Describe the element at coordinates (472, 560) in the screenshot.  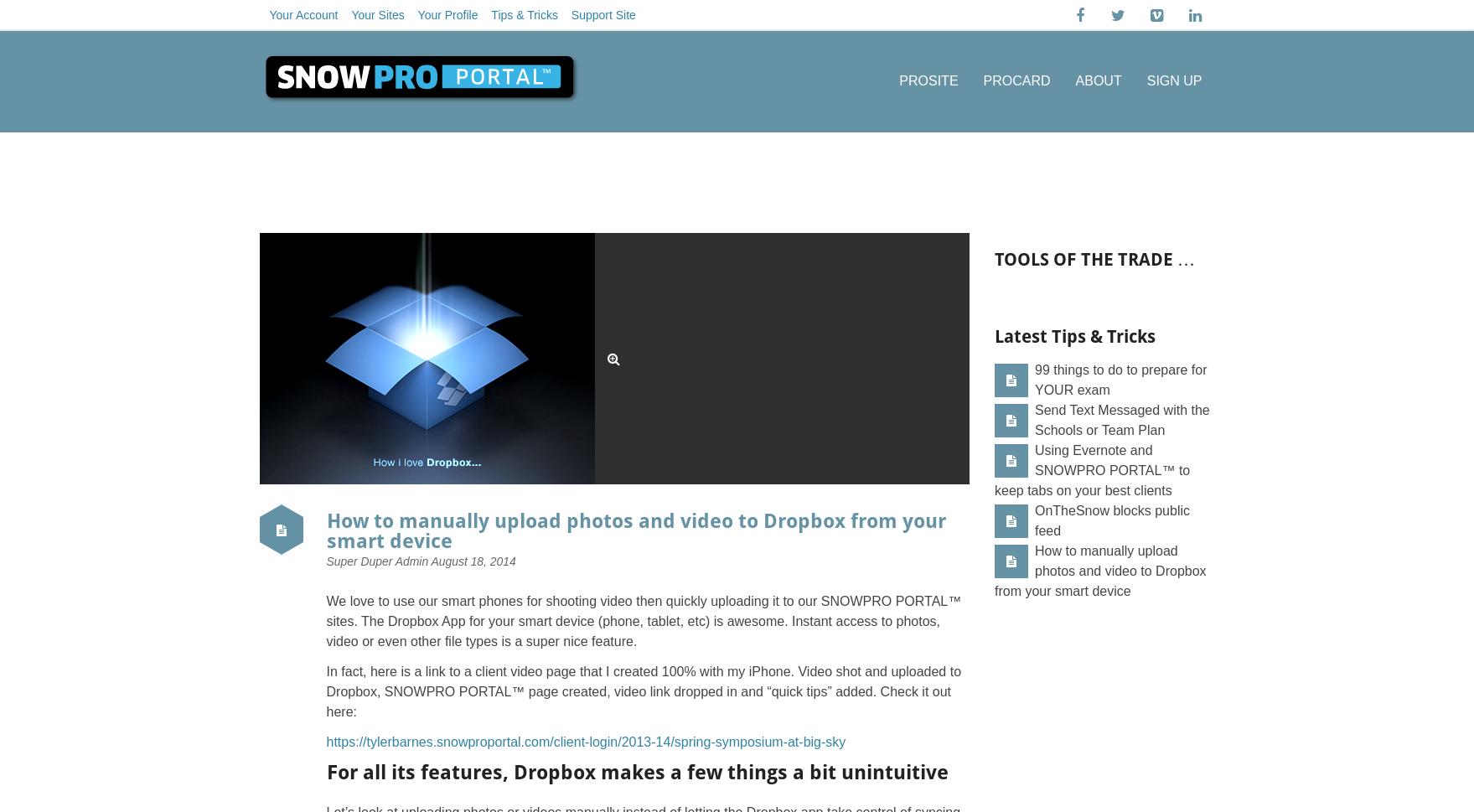
I see `'August 18, 2014'` at that location.